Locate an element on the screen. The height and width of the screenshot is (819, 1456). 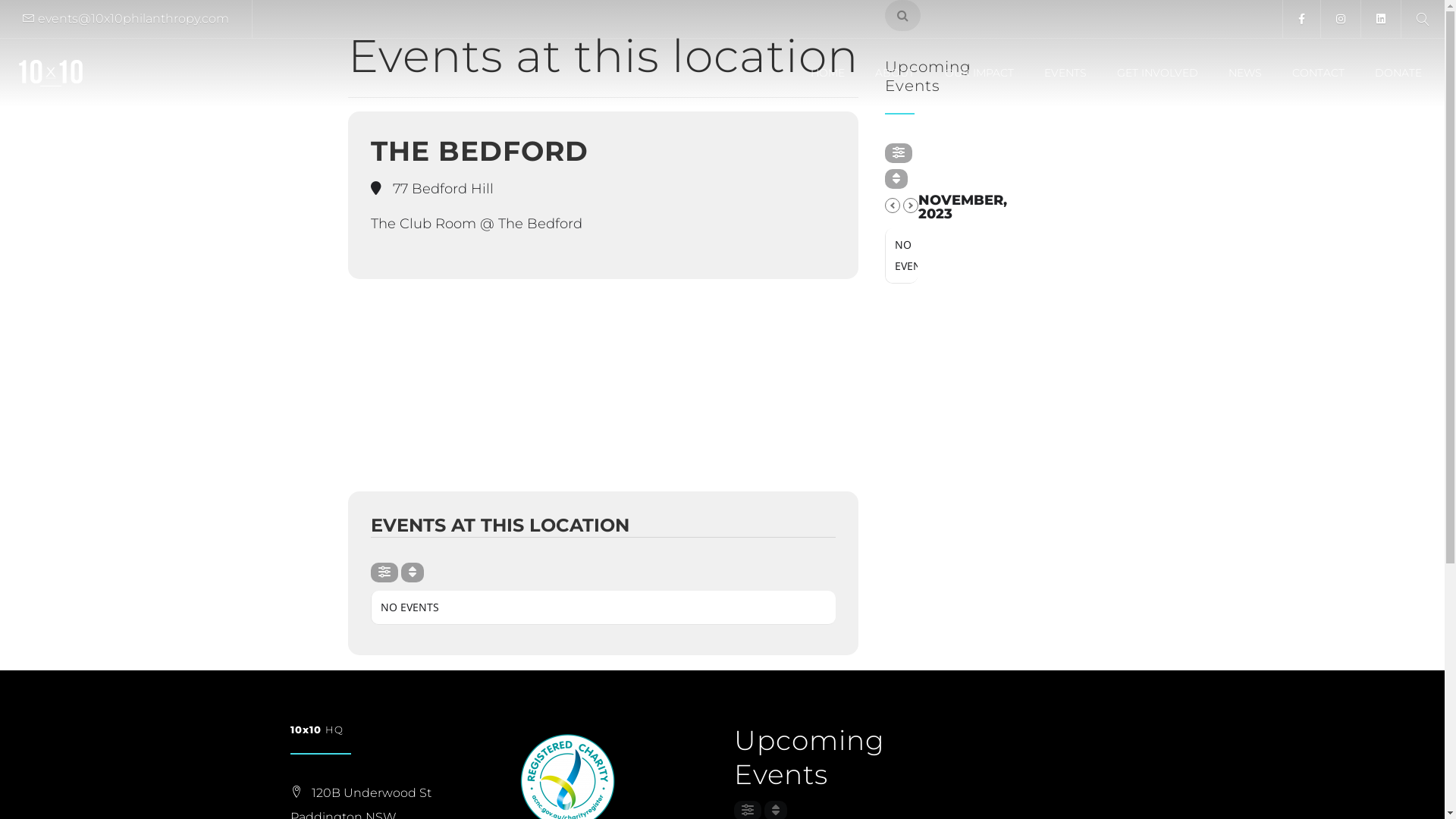
'HOME' is located at coordinates (823, 73).